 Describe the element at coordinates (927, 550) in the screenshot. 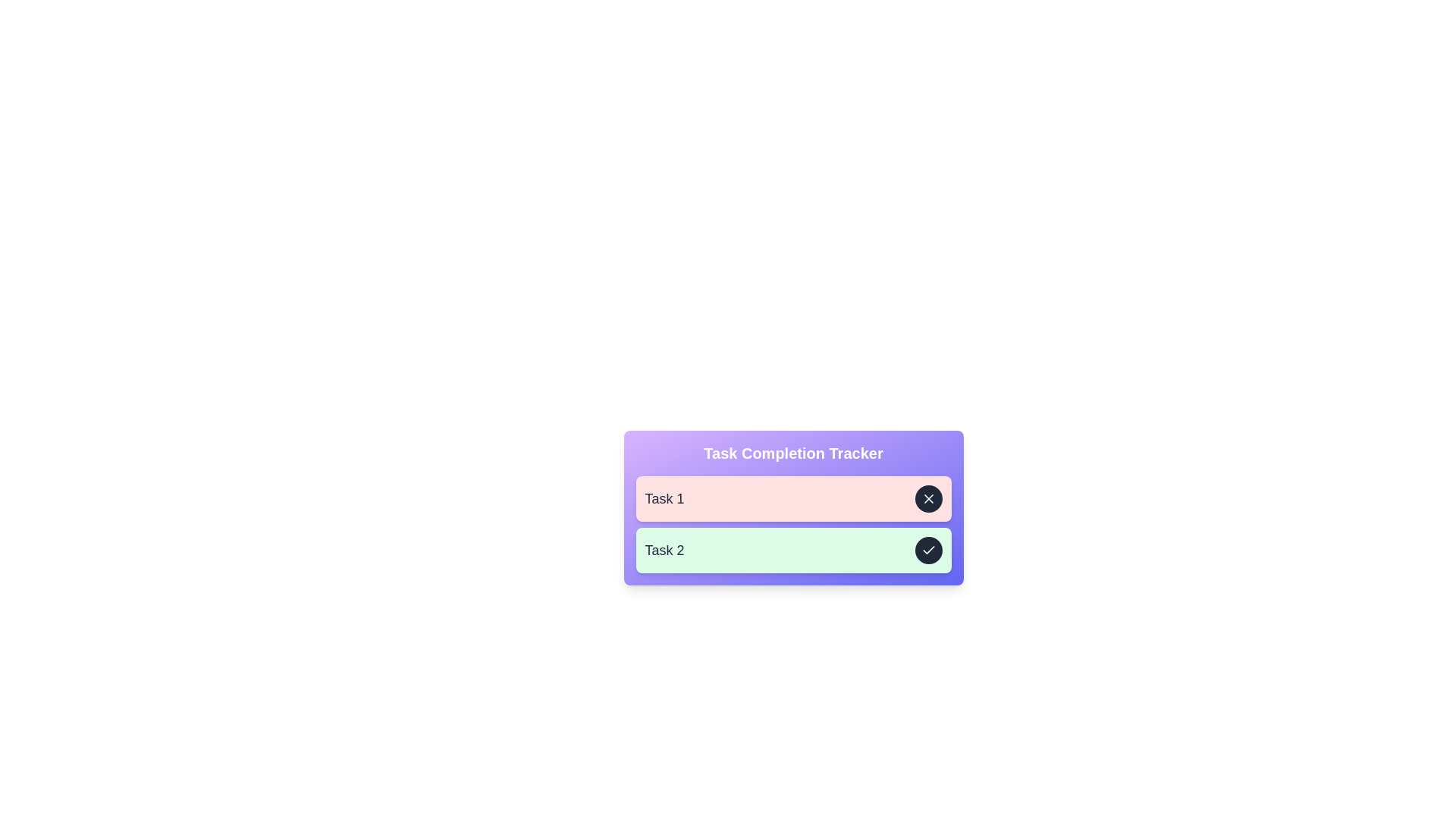

I see `the checkmark icon within the button that signifies task completion for 'Task 2' in the Task Completion Tracker` at that location.